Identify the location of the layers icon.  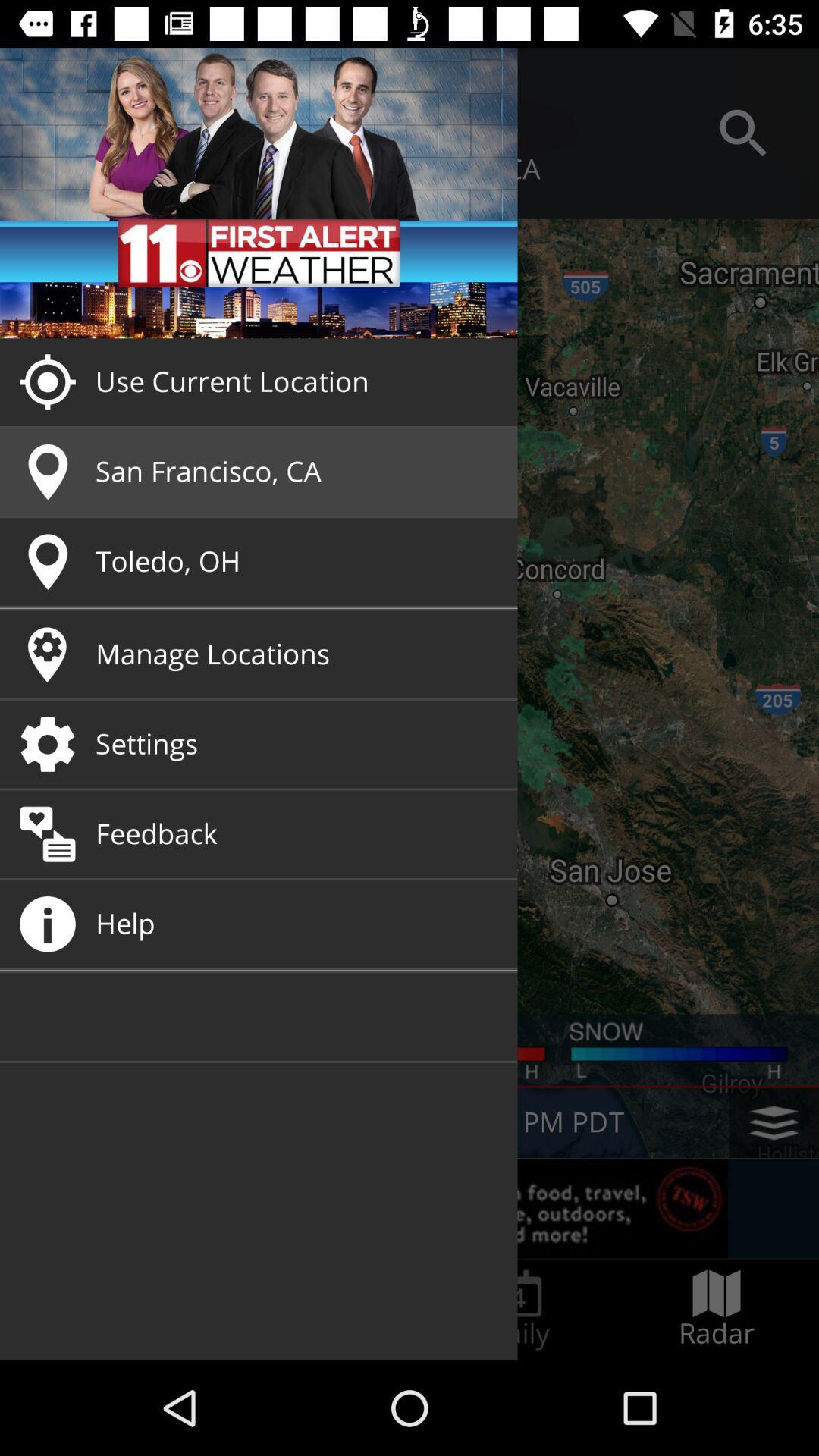
(773, 1122).